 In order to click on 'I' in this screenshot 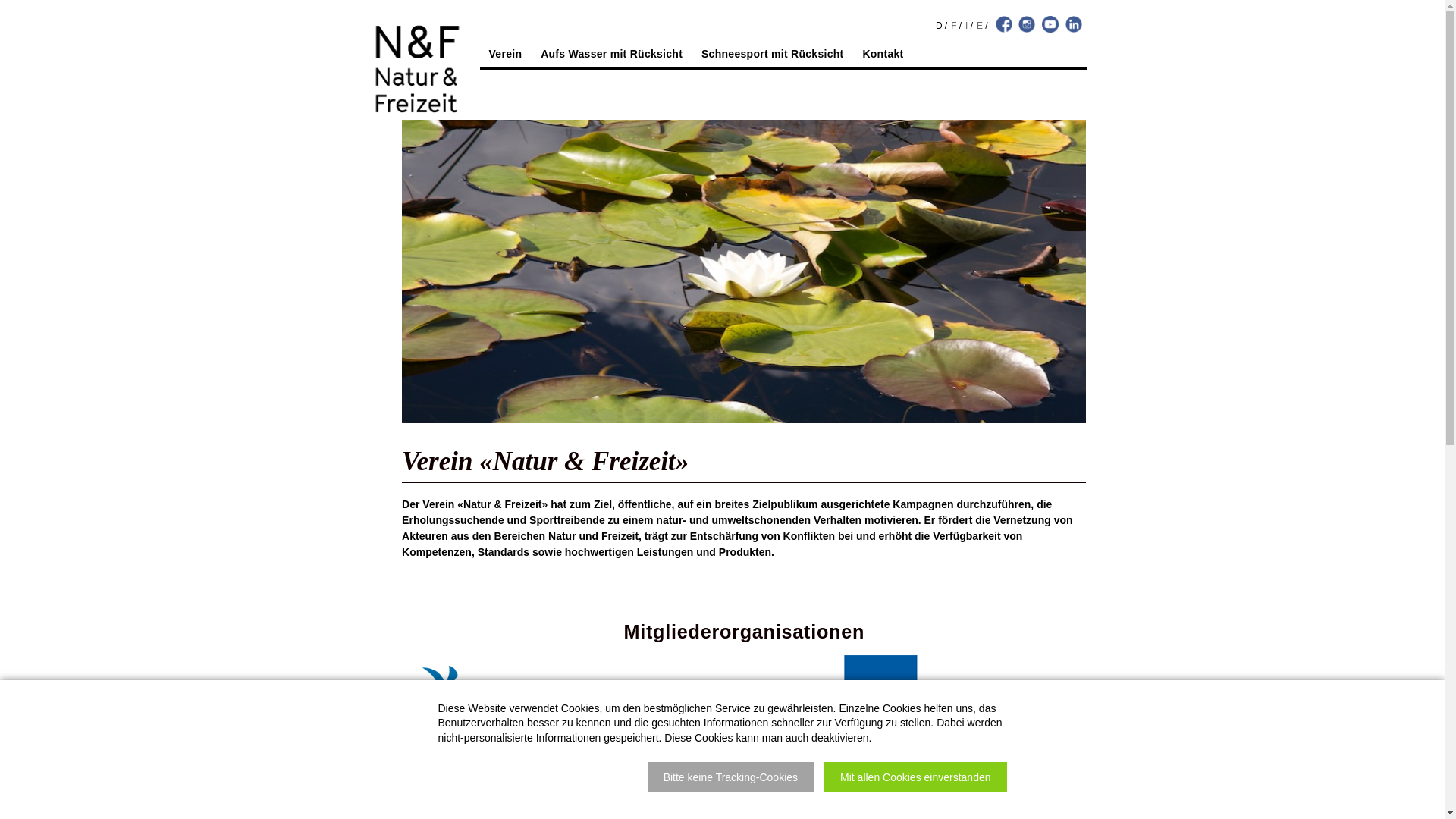, I will do `click(965, 26)`.